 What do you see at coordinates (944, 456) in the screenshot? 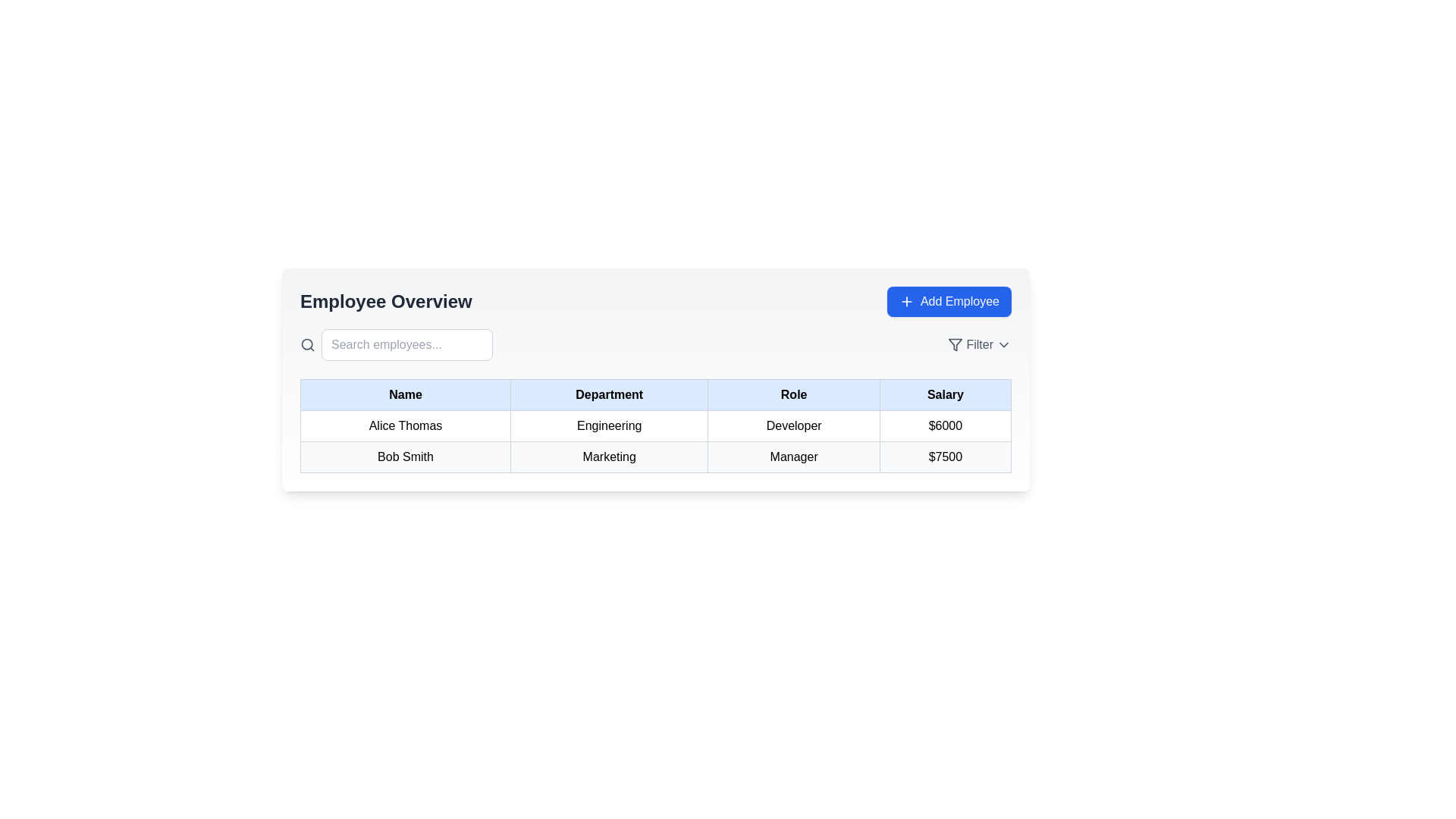
I see `the table cell displaying the text '$7500', which is the fourth column in the second row under the 'Salary' header for employee 'Bob Smith'` at bounding box center [944, 456].